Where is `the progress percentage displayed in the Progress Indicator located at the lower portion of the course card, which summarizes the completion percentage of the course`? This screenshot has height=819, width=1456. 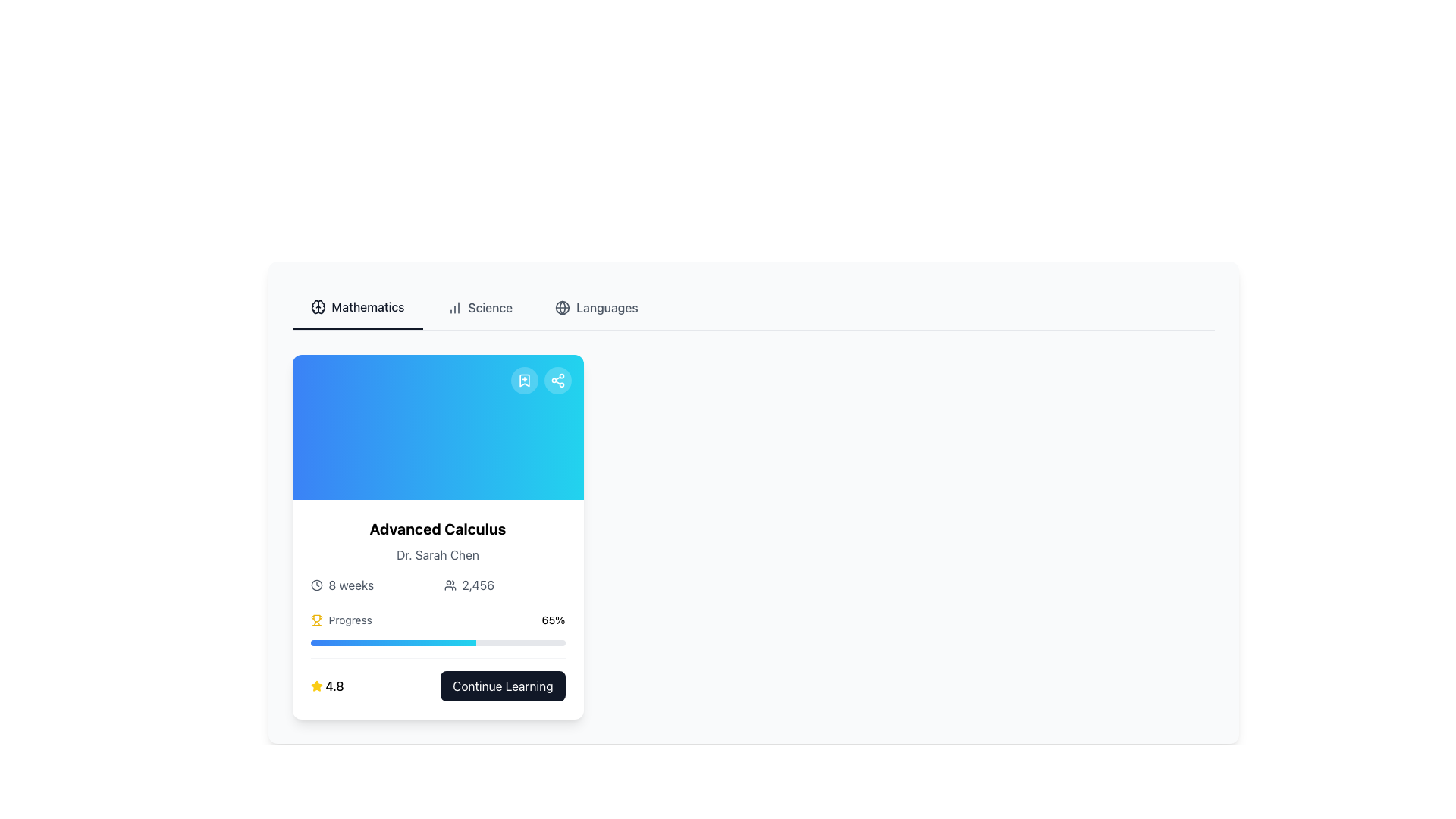 the progress percentage displayed in the Progress Indicator located at the lower portion of the course card, which summarizes the completion percentage of the course is located at coordinates (437, 656).